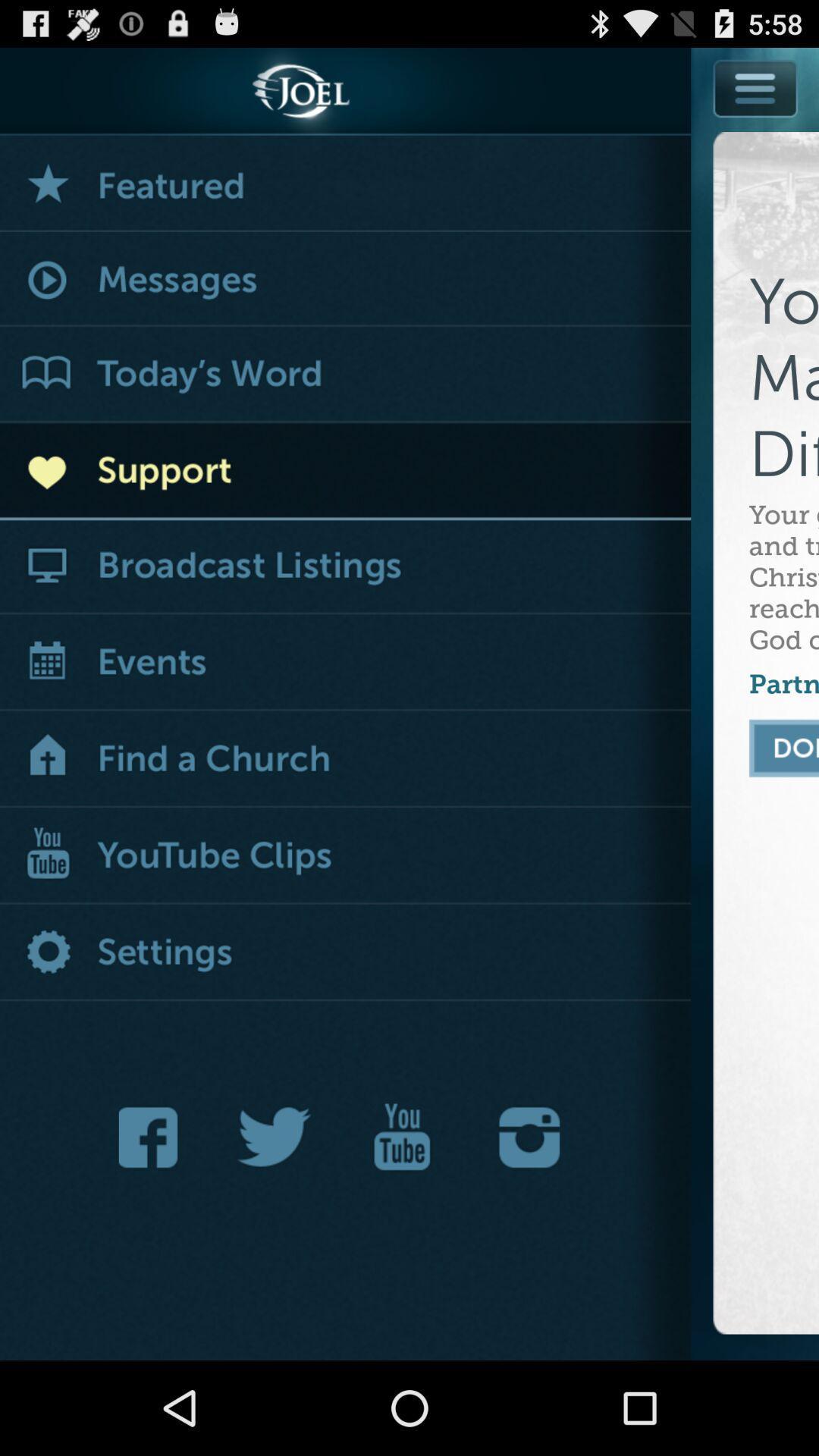 The image size is (819, 1456). What do you see at coordinates (152, 1217) in the screenshot?
I see `the facebook icon` at bounding box center [152, 1217].